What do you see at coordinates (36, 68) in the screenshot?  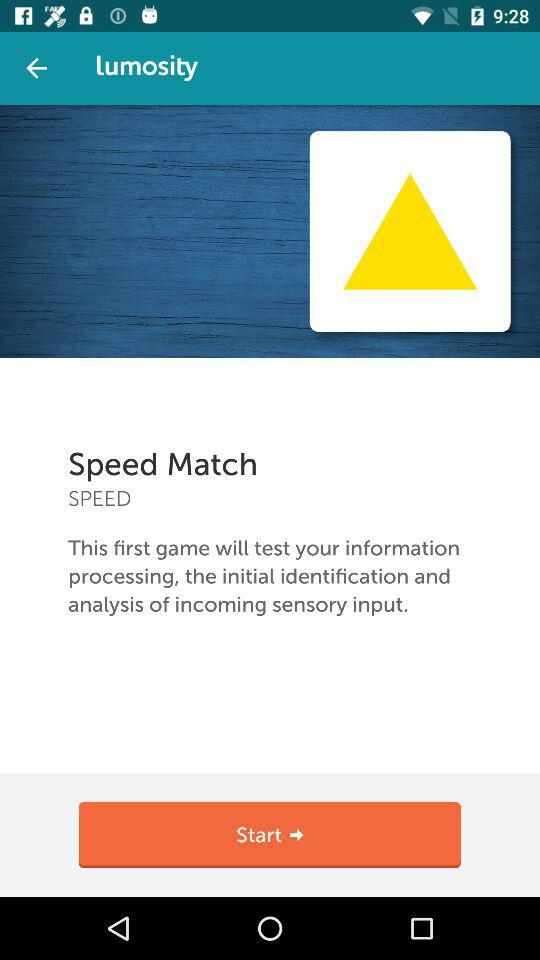 I see `back button` at bounding box center [36, 68].